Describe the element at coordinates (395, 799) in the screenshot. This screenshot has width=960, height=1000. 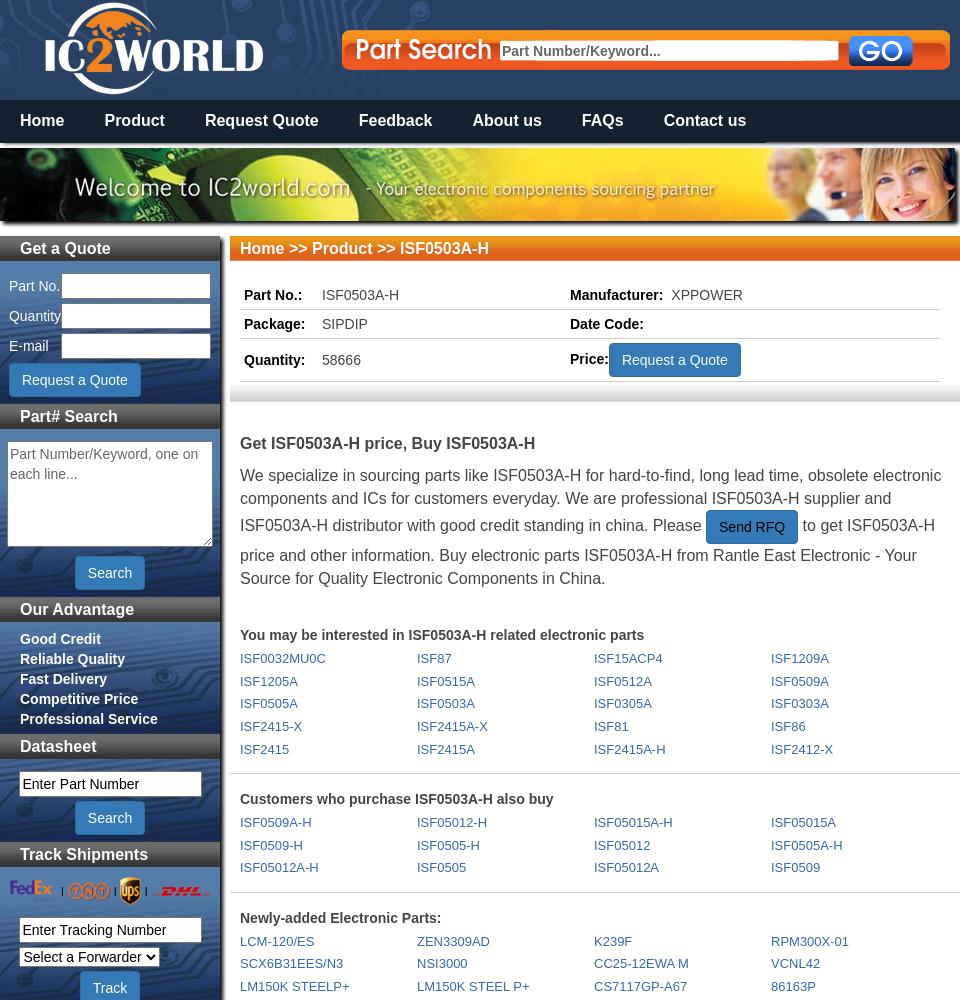
I see `'Customers who purchase ISF0503A-H also buy'` at that location.